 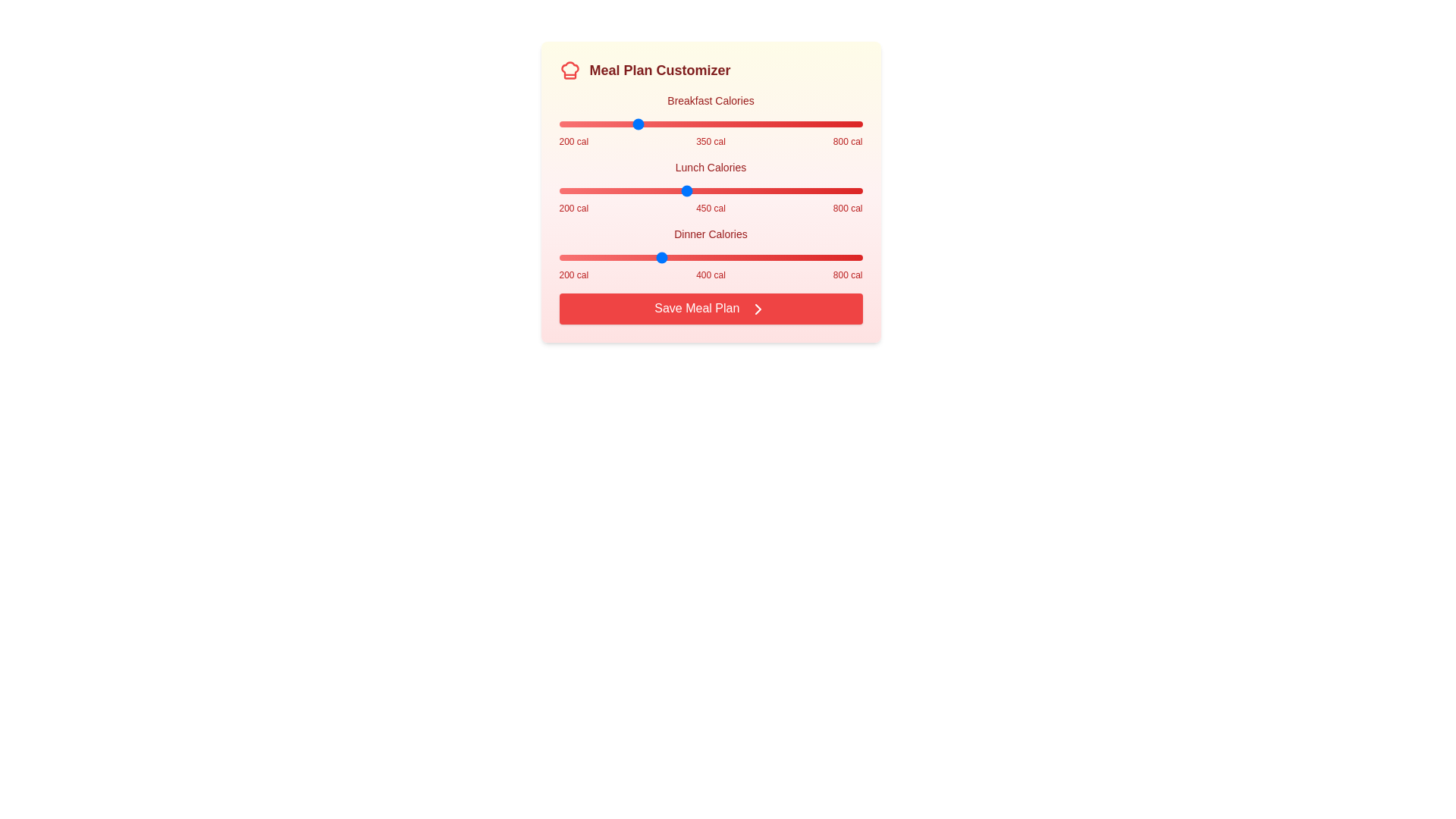 I want to click on the lunch calorie slider to 330 calories, so click(x=625, y=190).